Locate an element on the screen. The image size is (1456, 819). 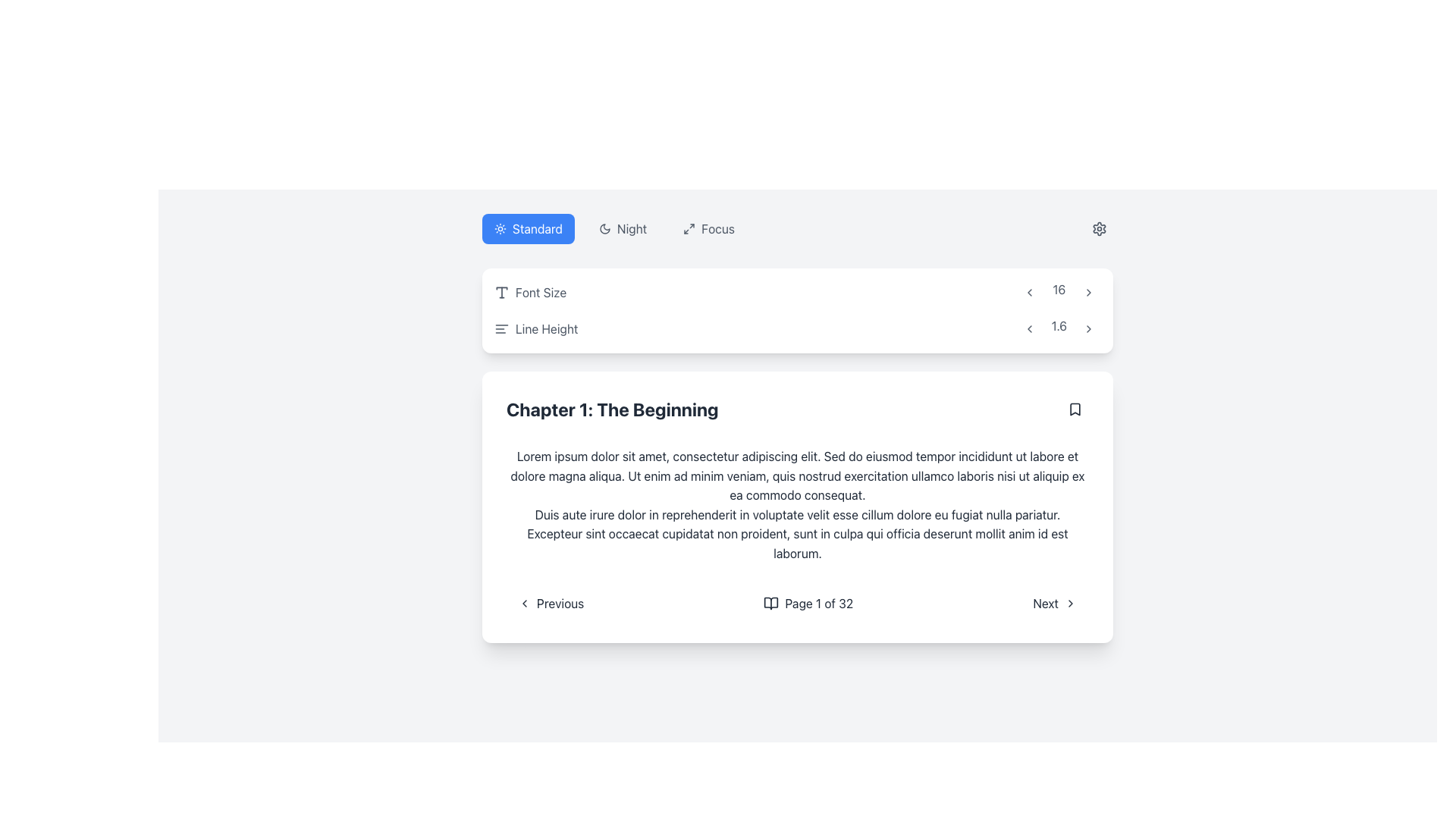
the text label 'Standard' which indicates the selected mode or option in the top-left section of the interface is located at coordinates (538, 228).